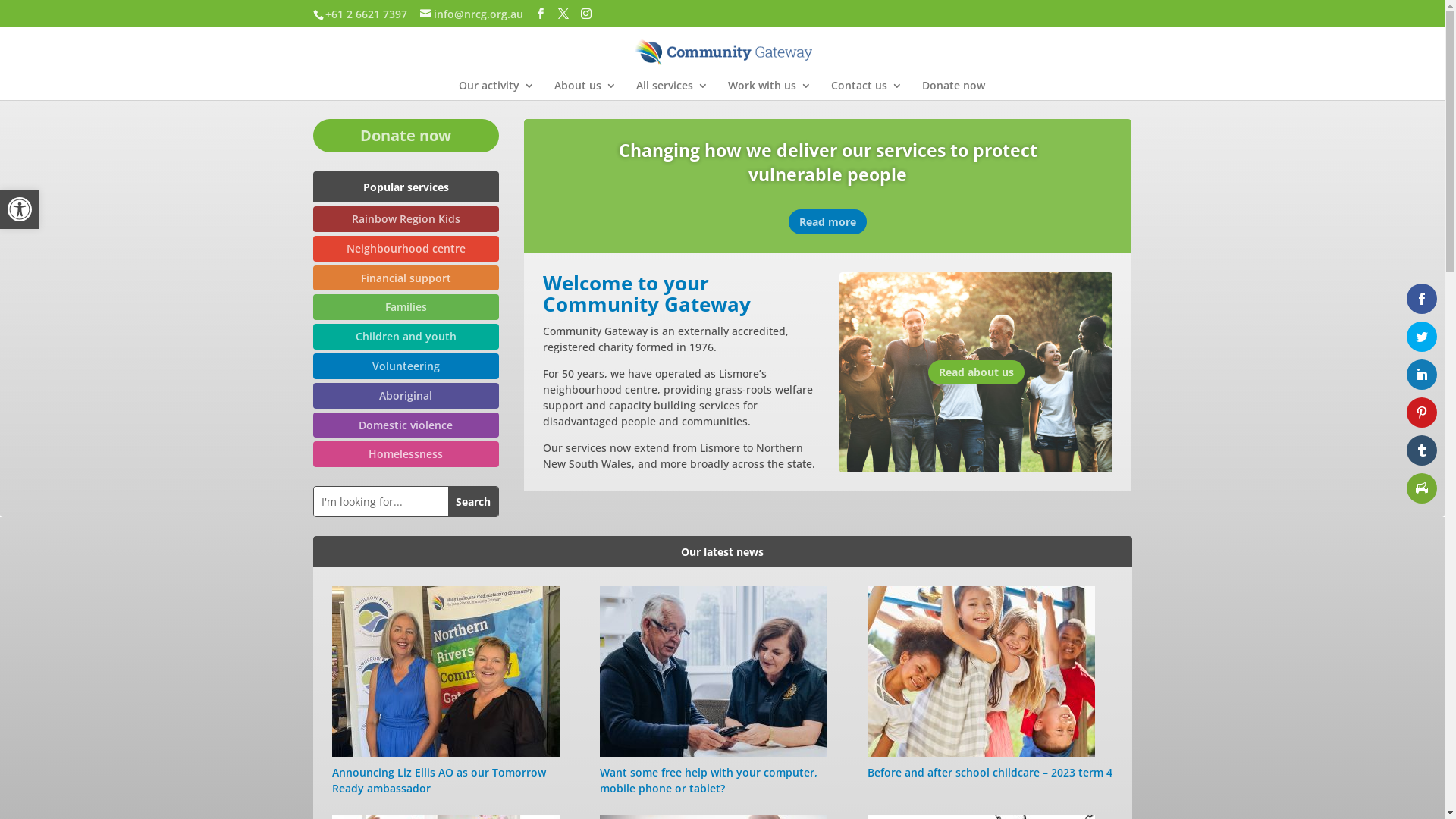  I want to click on 'Rainbow Region Kids', so click(405, 219).